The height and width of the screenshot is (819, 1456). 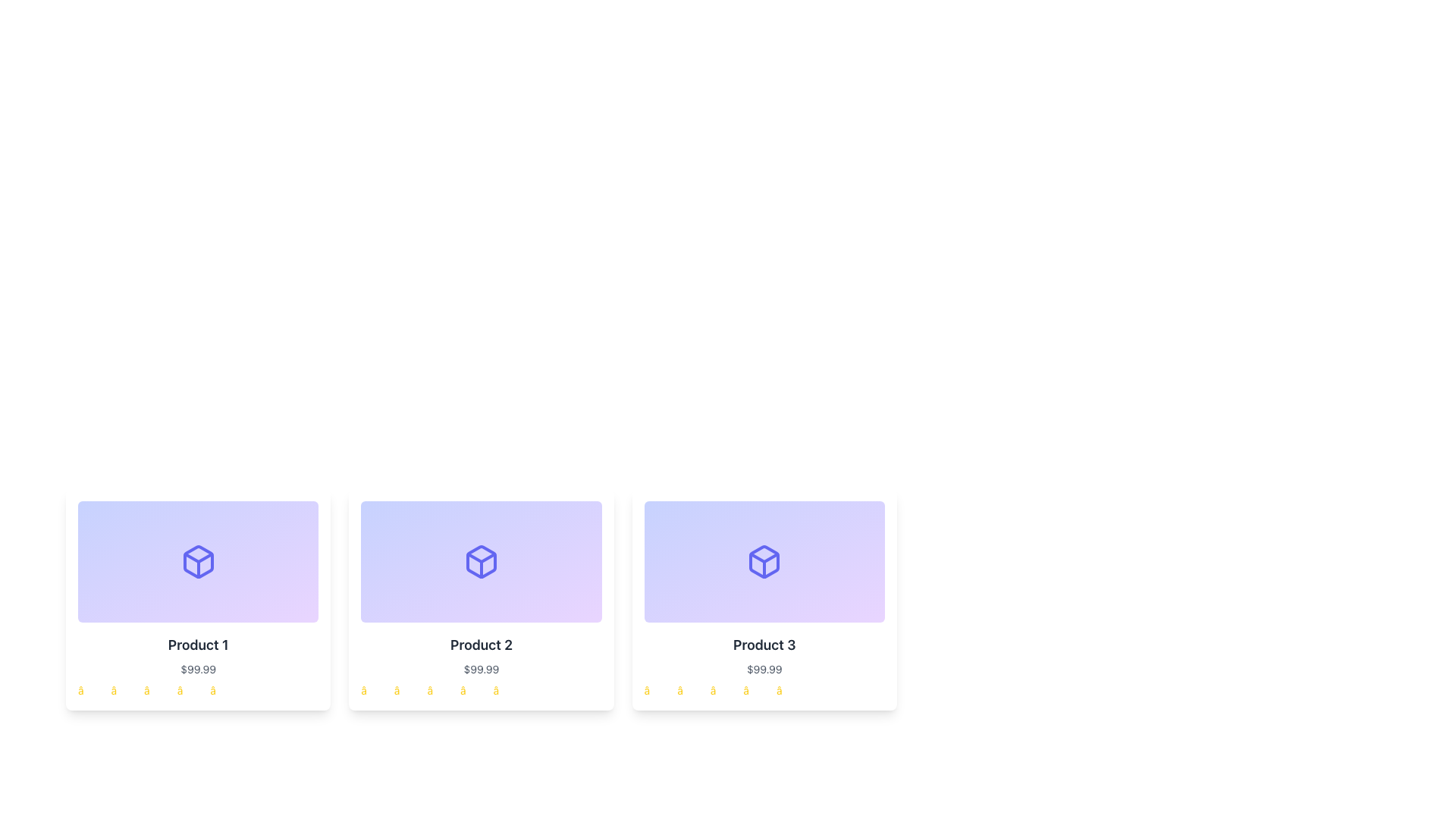 I want to click on the visual placeholder or thumbnail associated with the 'Product 3' card, which is located at the top of the card under a rounded rectangle, so click(x=764, y=561).